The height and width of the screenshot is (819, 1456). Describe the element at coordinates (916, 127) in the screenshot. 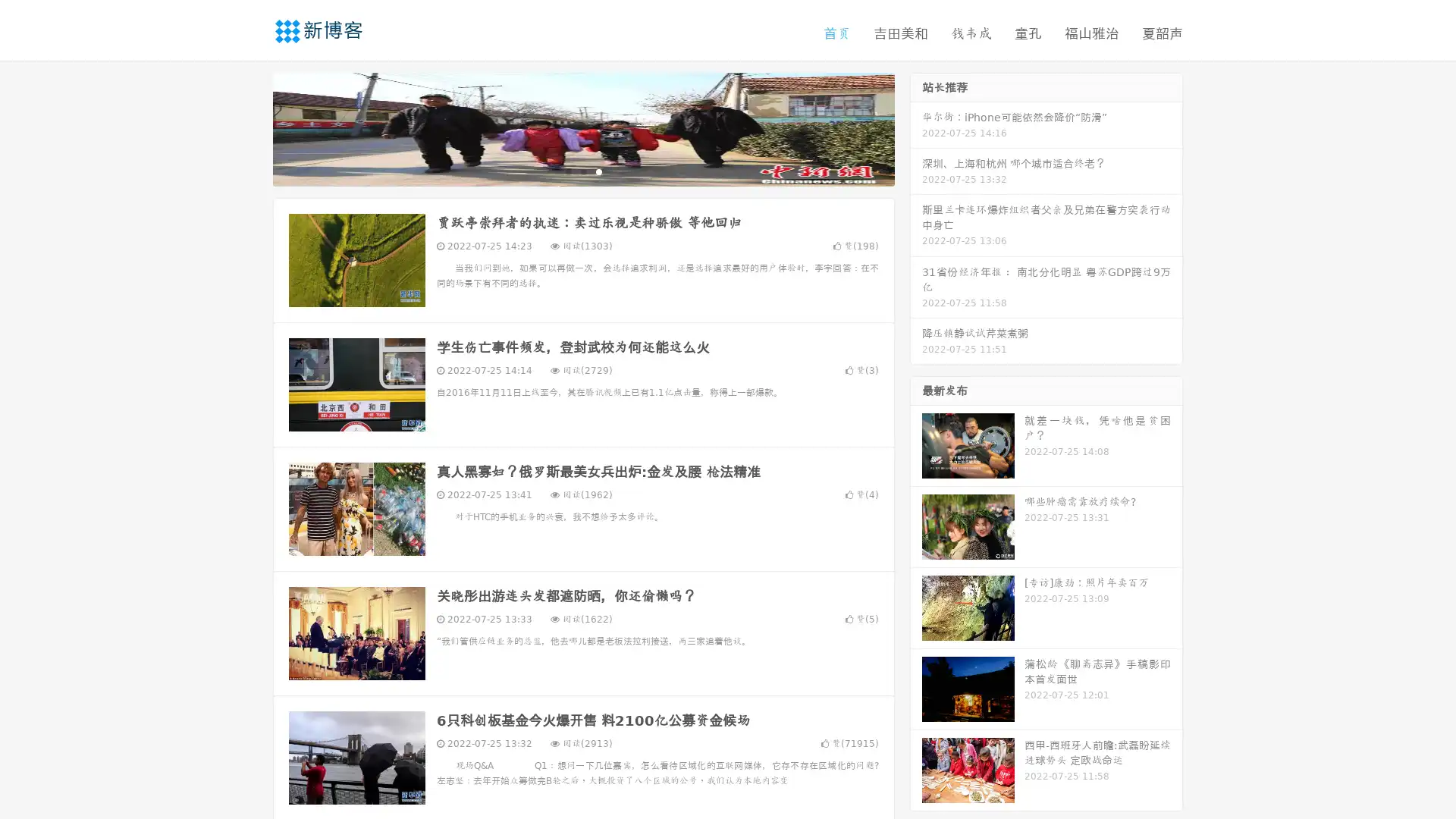

I see `Next slide` at that location.